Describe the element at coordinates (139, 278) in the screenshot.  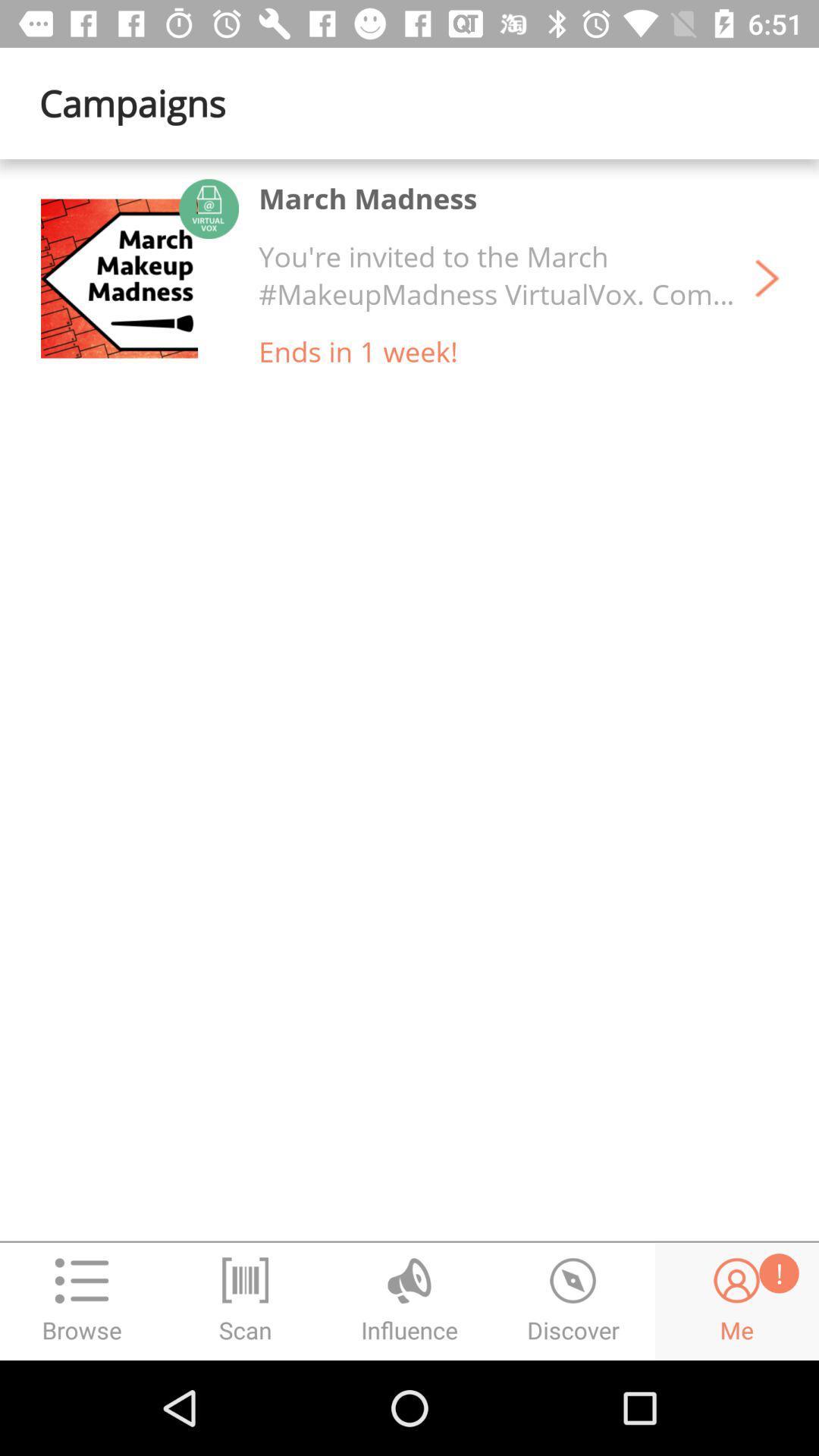
I see `the icon below the campaigns item` at that location.